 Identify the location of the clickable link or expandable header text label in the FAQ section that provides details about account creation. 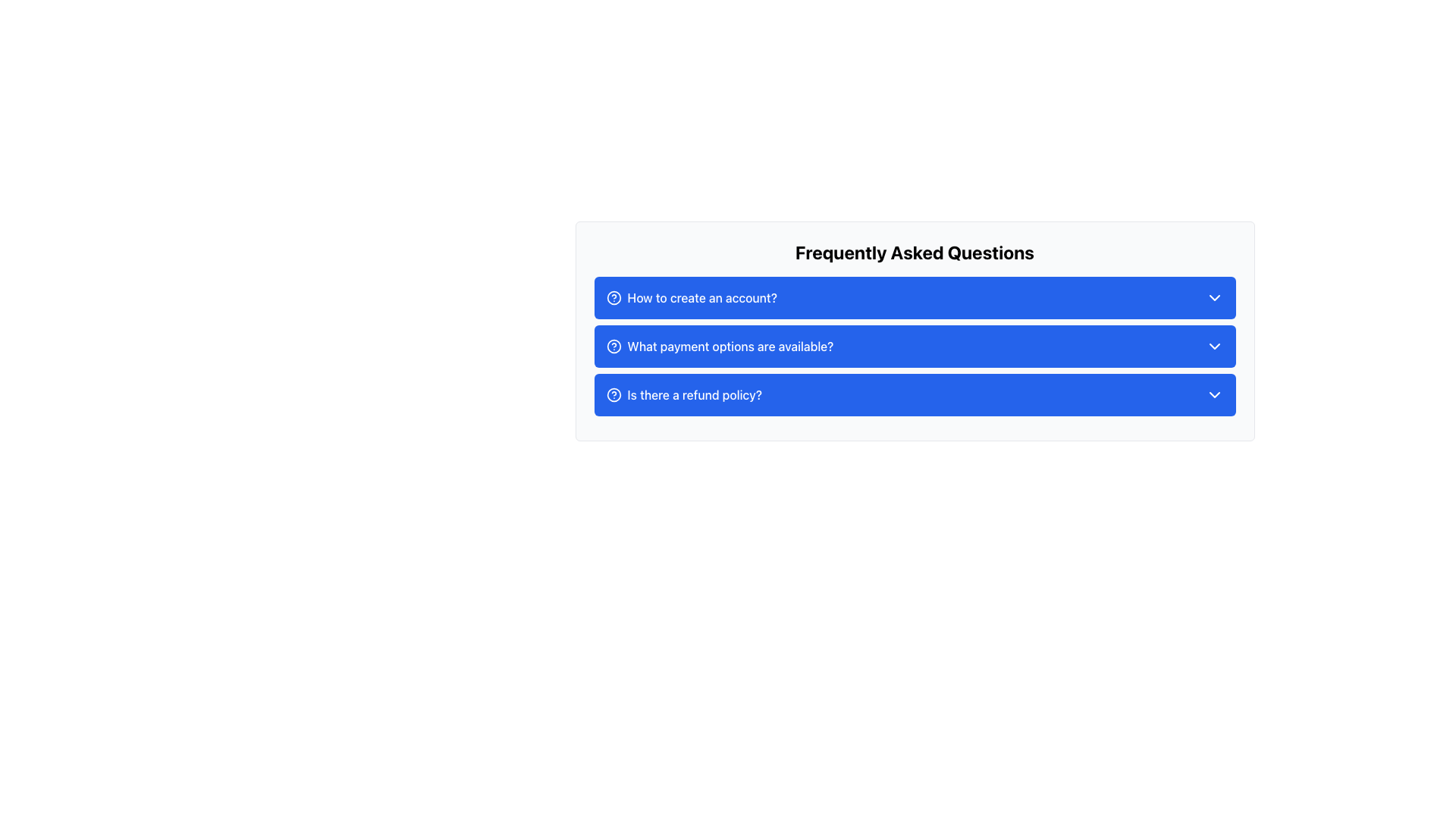
(701, 298).